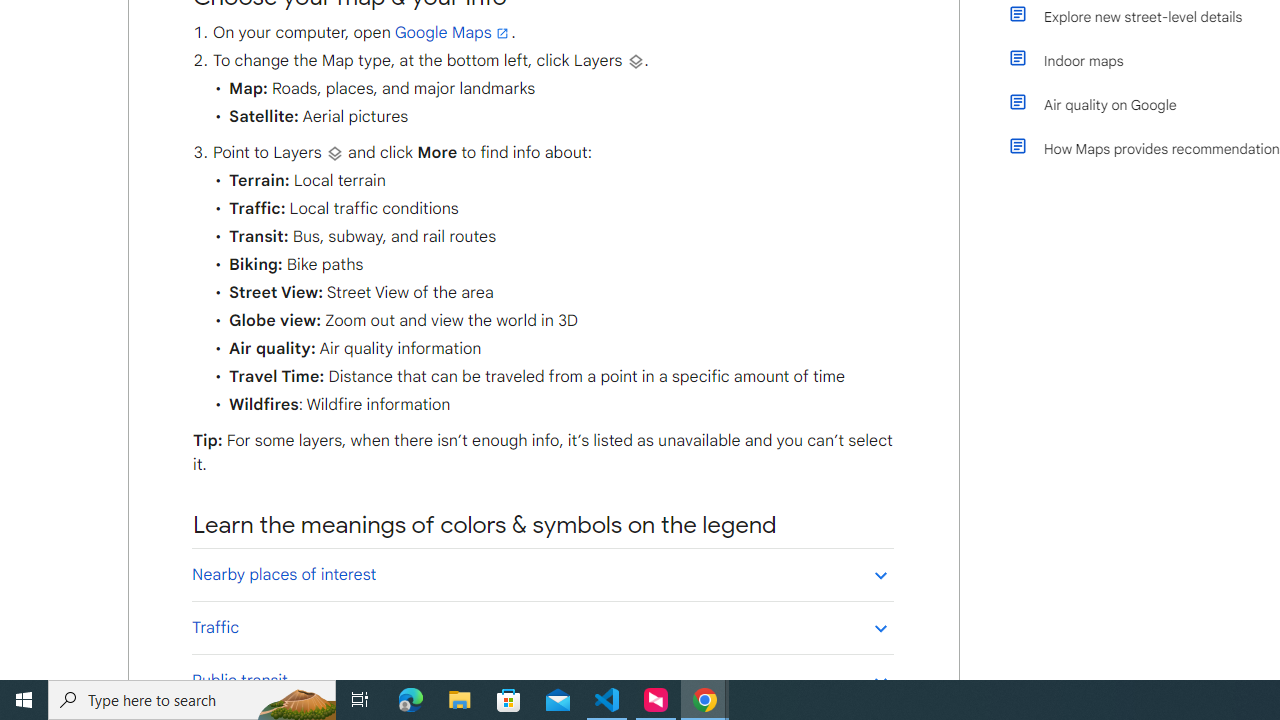 The image size is (1280, 720). Describe the element at coordinates (334, 152) in the screenshot. I see `'Layers'` at that location.